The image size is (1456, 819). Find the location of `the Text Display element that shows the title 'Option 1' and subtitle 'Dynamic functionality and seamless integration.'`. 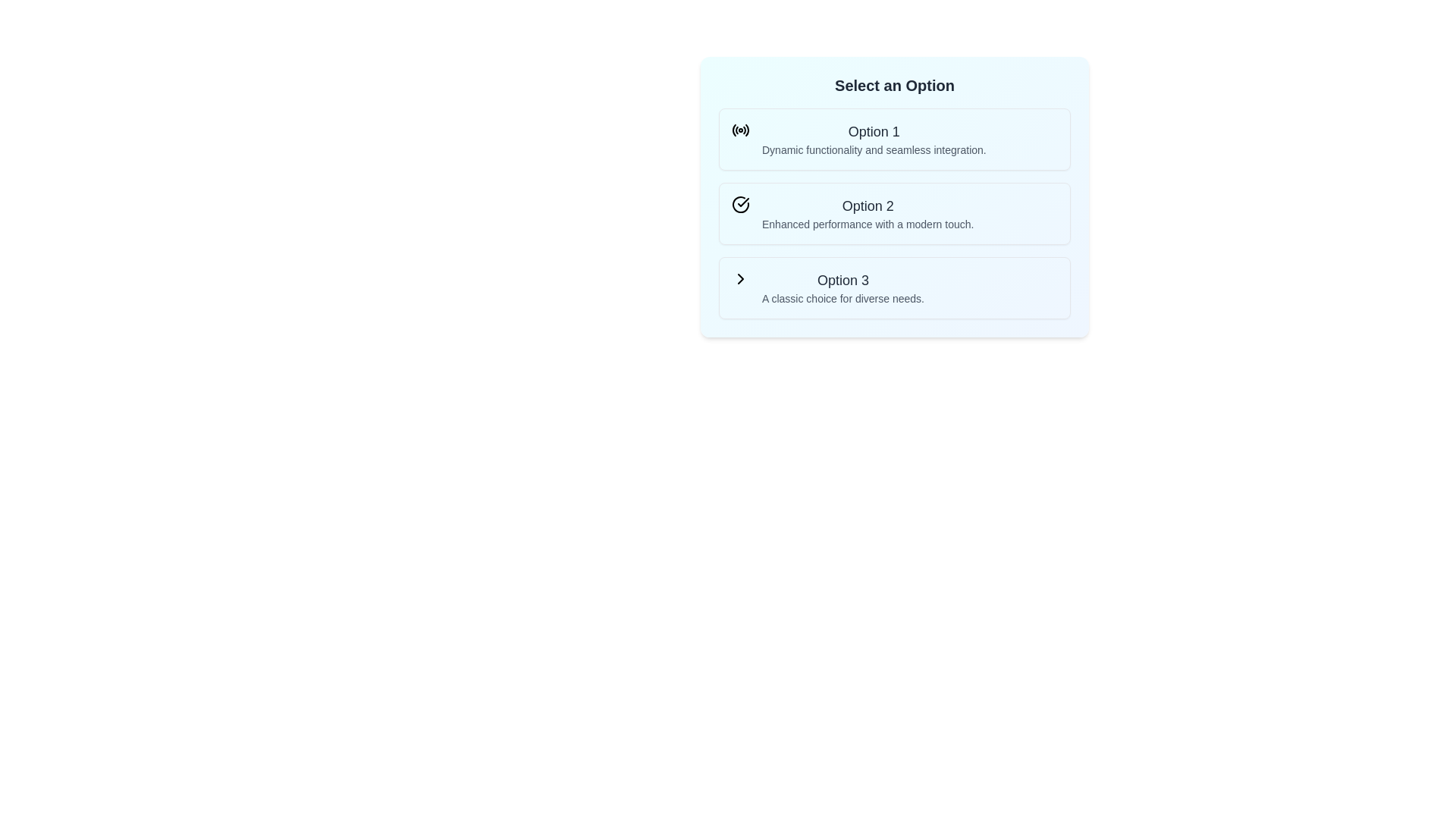

the Text Display element that shows the title 'Option 1' and subtitle 'Dynamic functionality and seamless integration.' is located at coordinates (874, 140).